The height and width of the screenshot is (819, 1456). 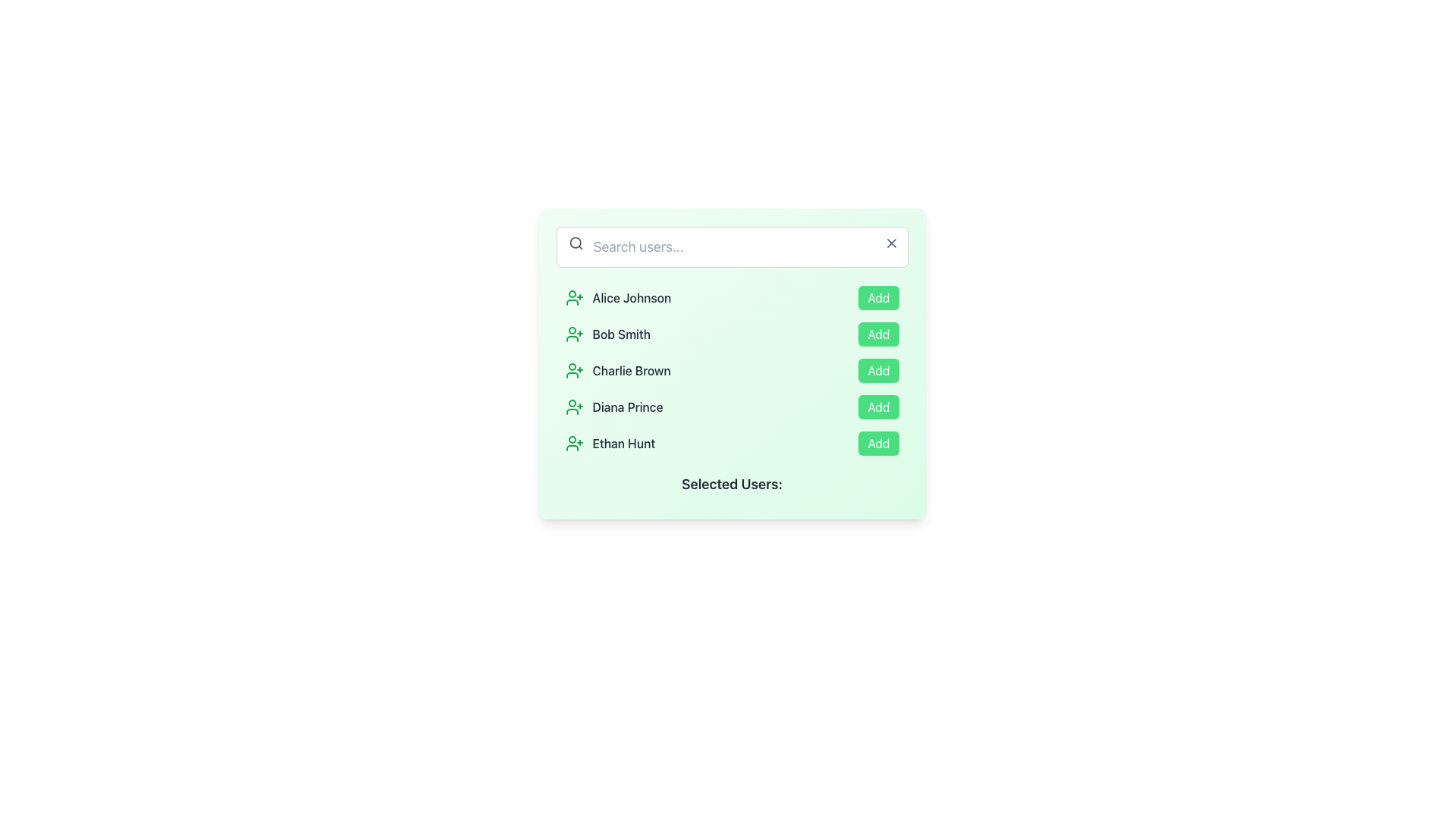 I want to click on the text label identifying the user 'Bob Smith' in the second row of the user list, so click(x=621, y=333).